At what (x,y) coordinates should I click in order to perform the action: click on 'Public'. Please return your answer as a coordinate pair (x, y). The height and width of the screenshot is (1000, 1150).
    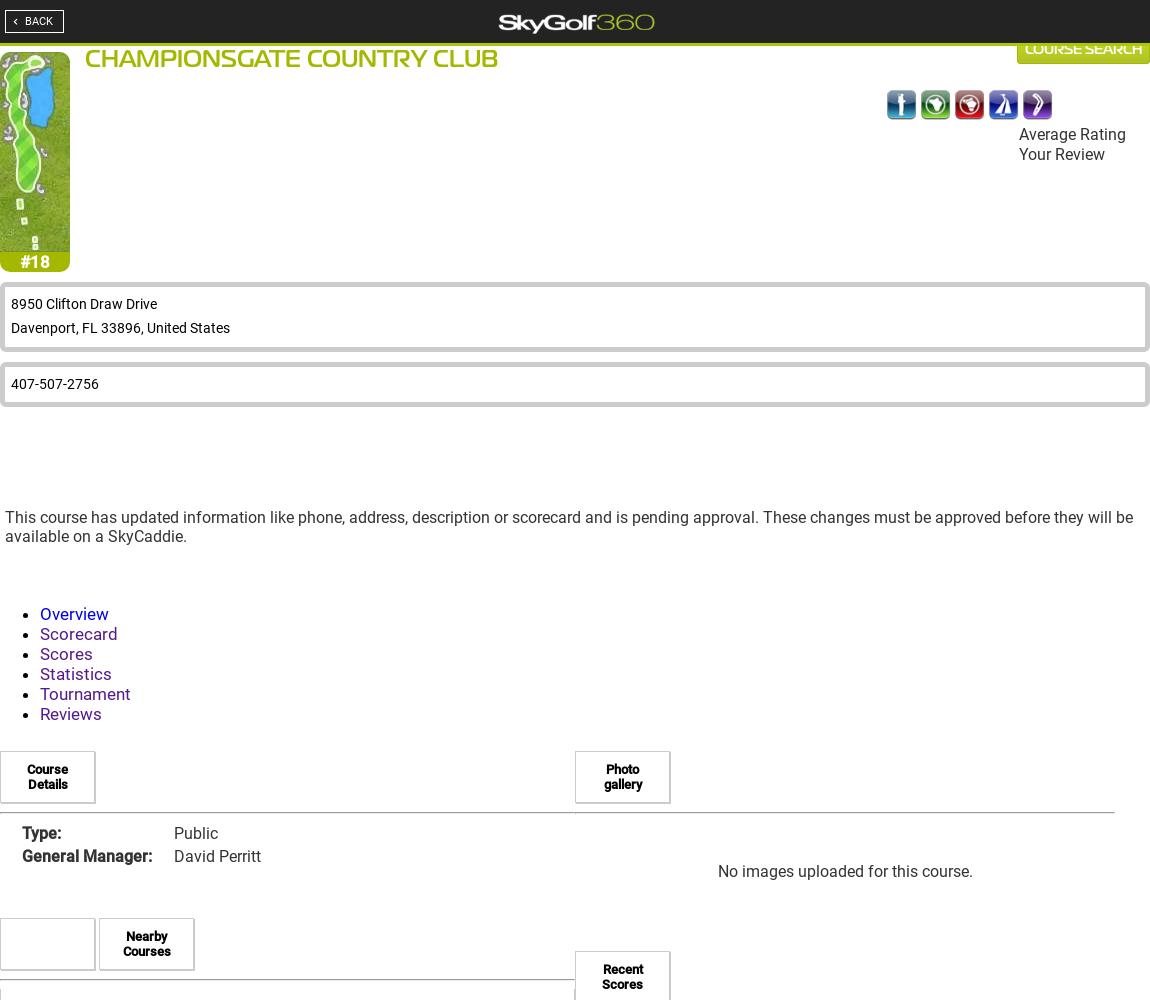
    Looking at the image, I should click on (194, 832).